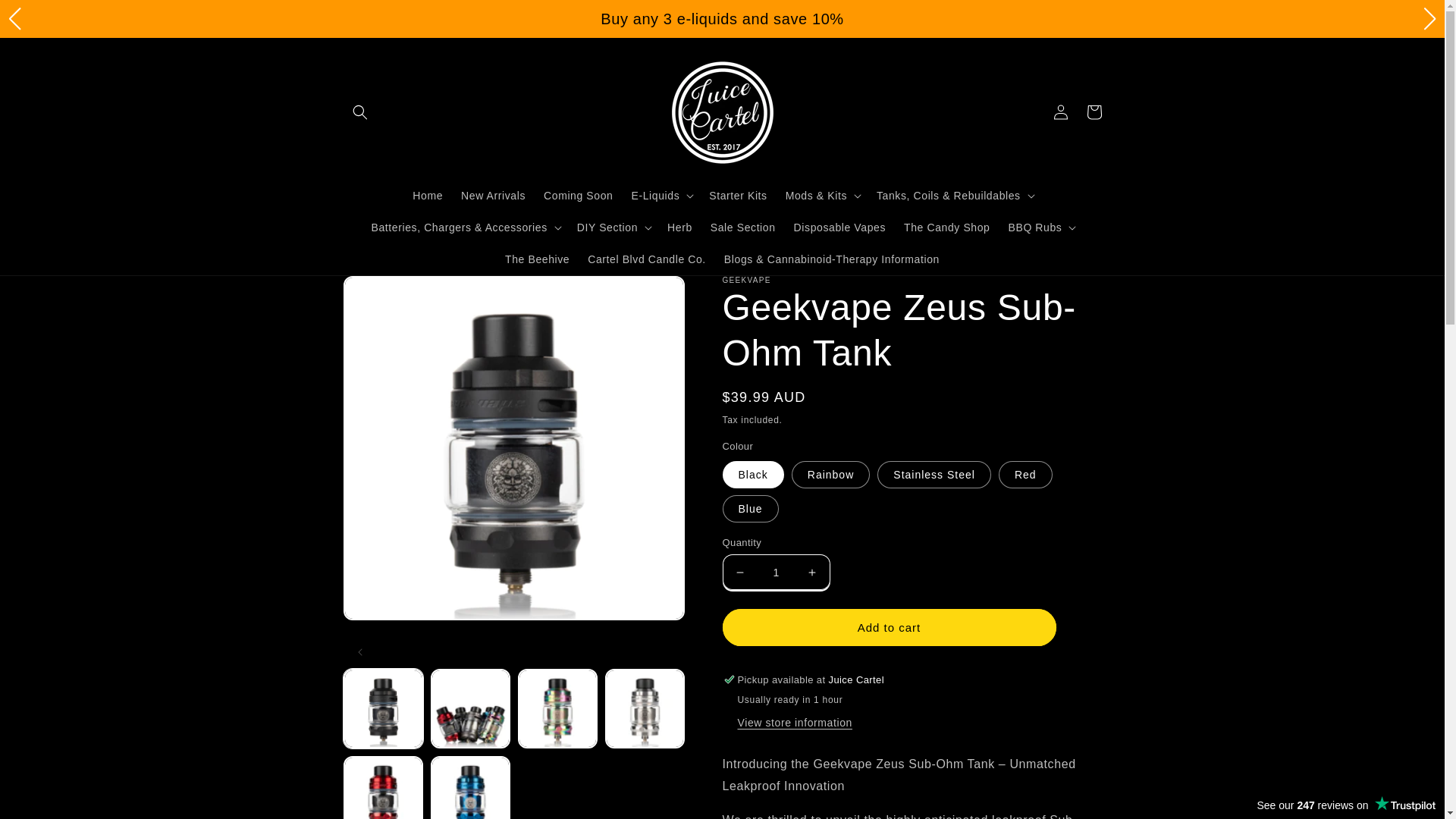 The height and width of the screenshot is (819, 1456). What do you see at coordinates (738, 194) in the screenshot?
I see `'Starter Kits'` at bounding box center [738, 194].